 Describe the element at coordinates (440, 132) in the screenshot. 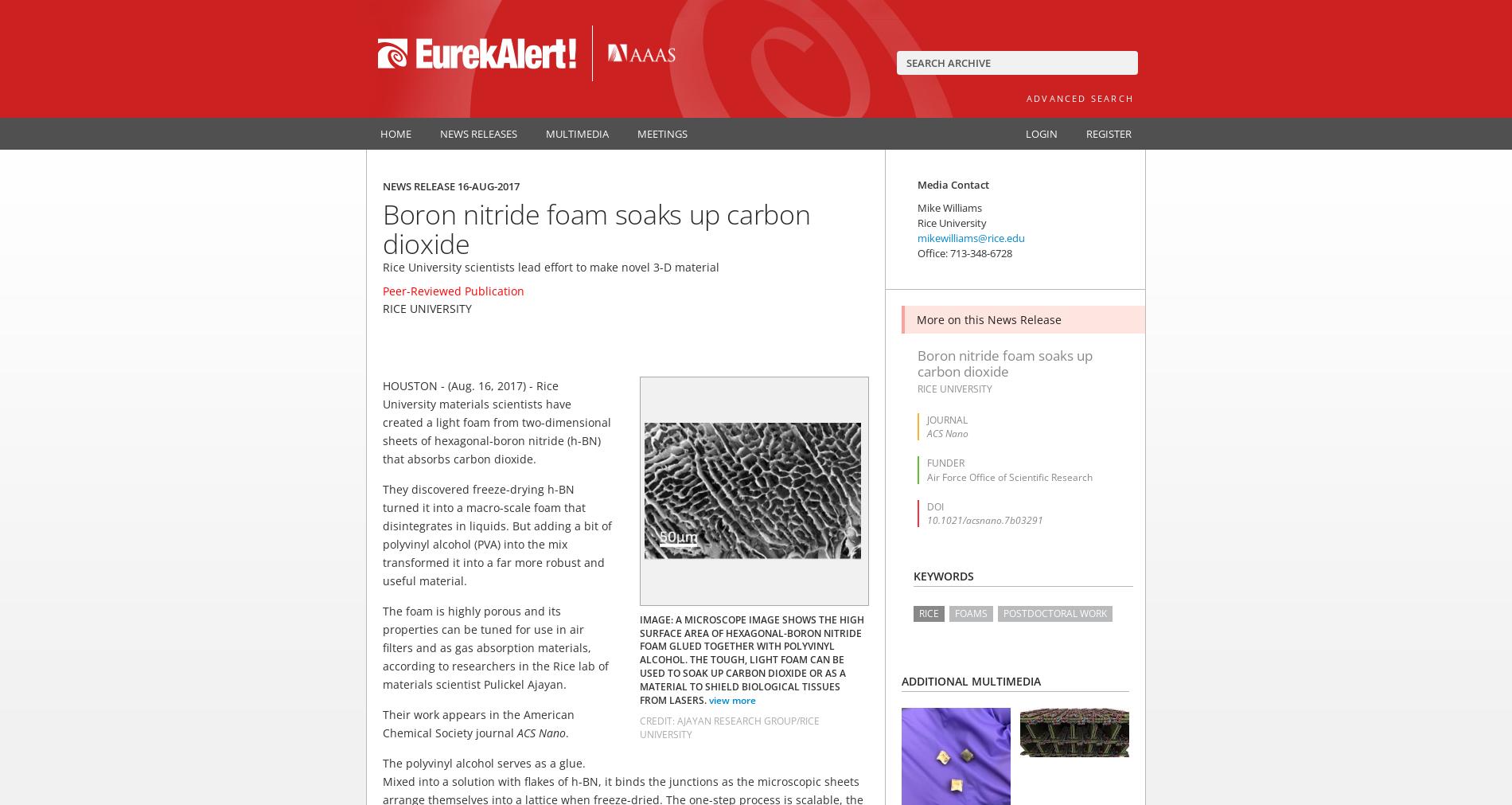

I see `'News Releases'` at that location.